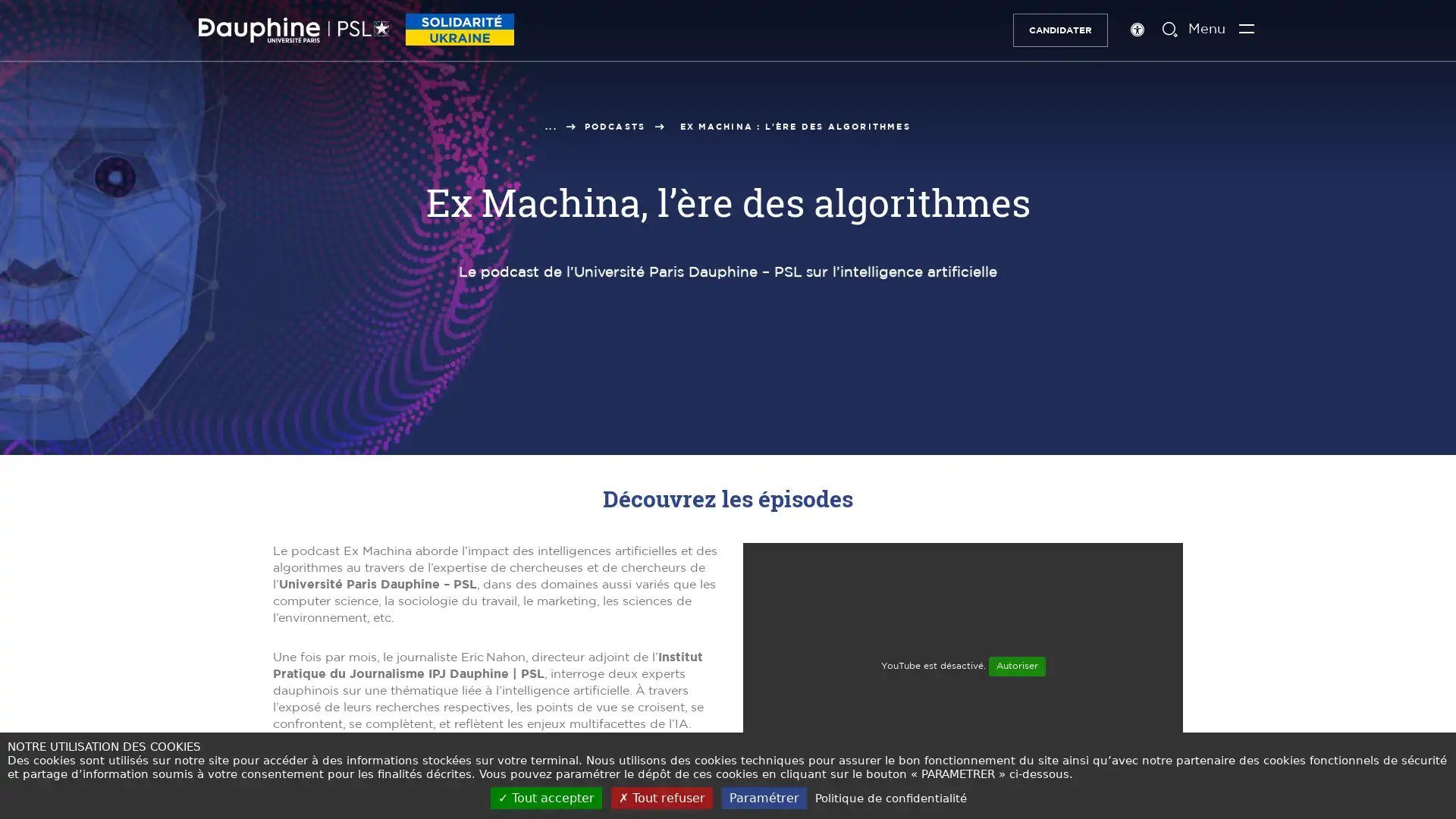  What do you see at coordinates (550, 126) in the screenshot?
I see `...` at bounding box center [550, 126].